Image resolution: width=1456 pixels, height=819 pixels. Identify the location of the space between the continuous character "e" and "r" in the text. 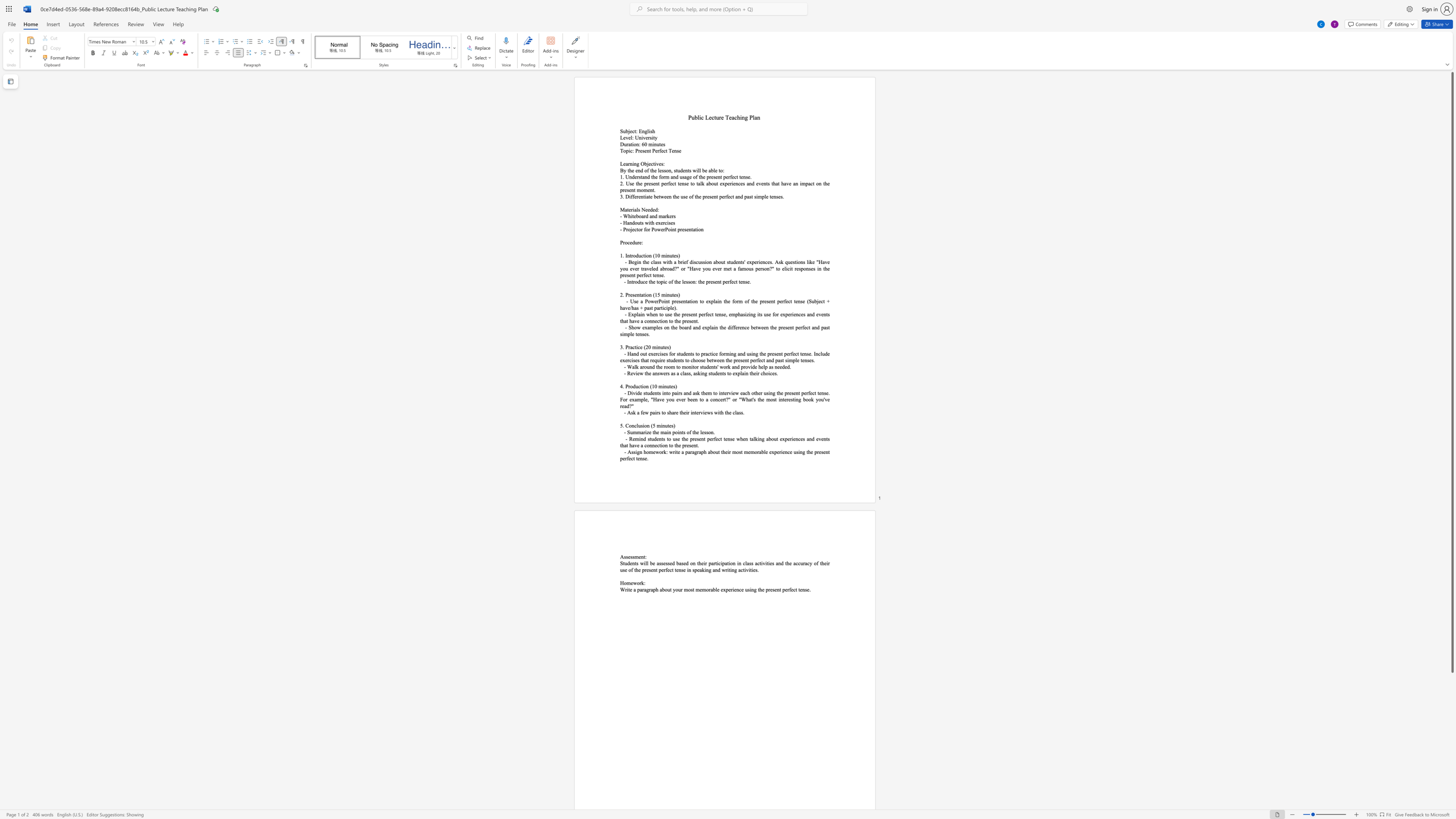
(630, 209).